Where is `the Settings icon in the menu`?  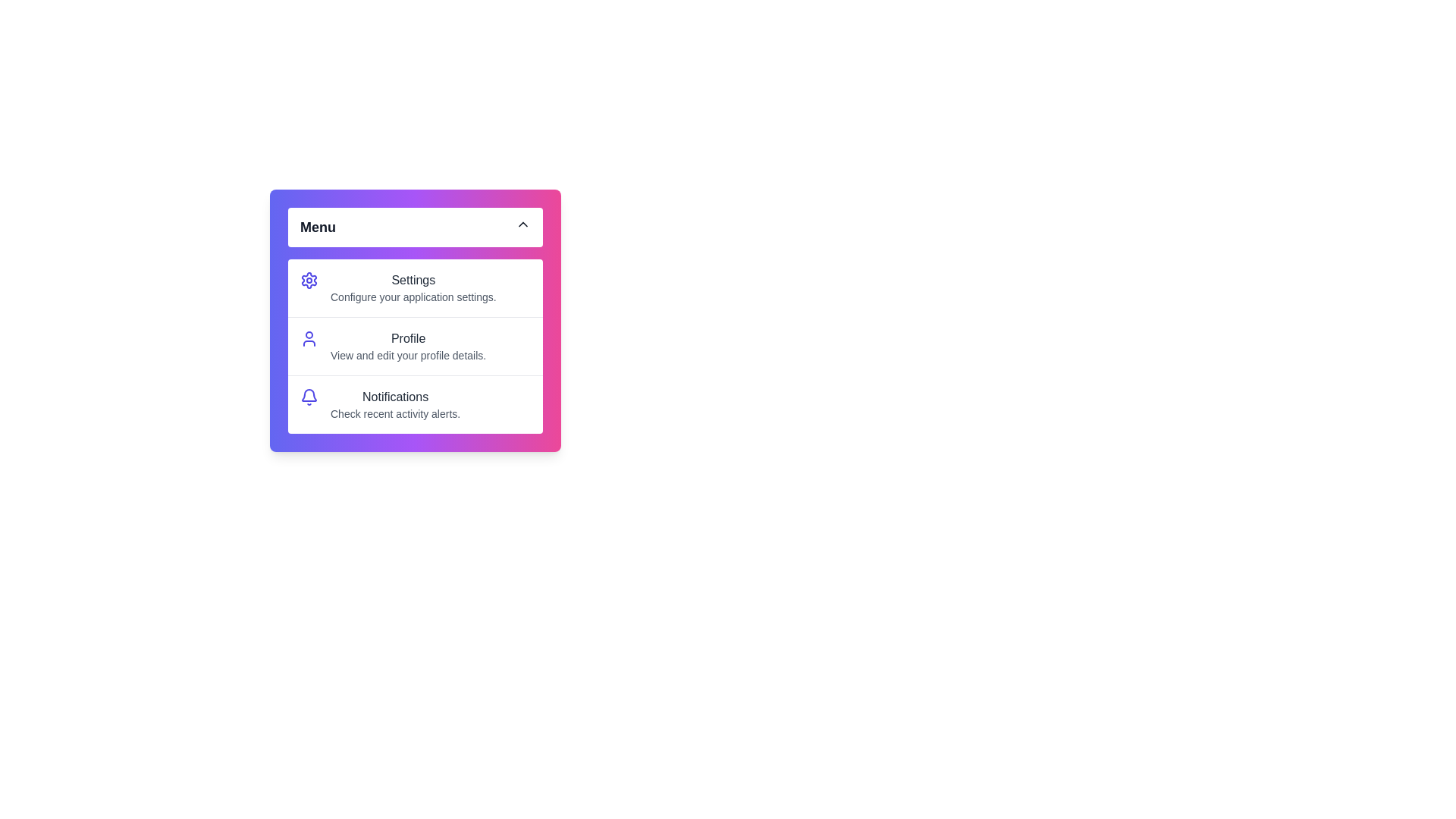 the Settings icon in the menu is located at coordinates (309, 281).